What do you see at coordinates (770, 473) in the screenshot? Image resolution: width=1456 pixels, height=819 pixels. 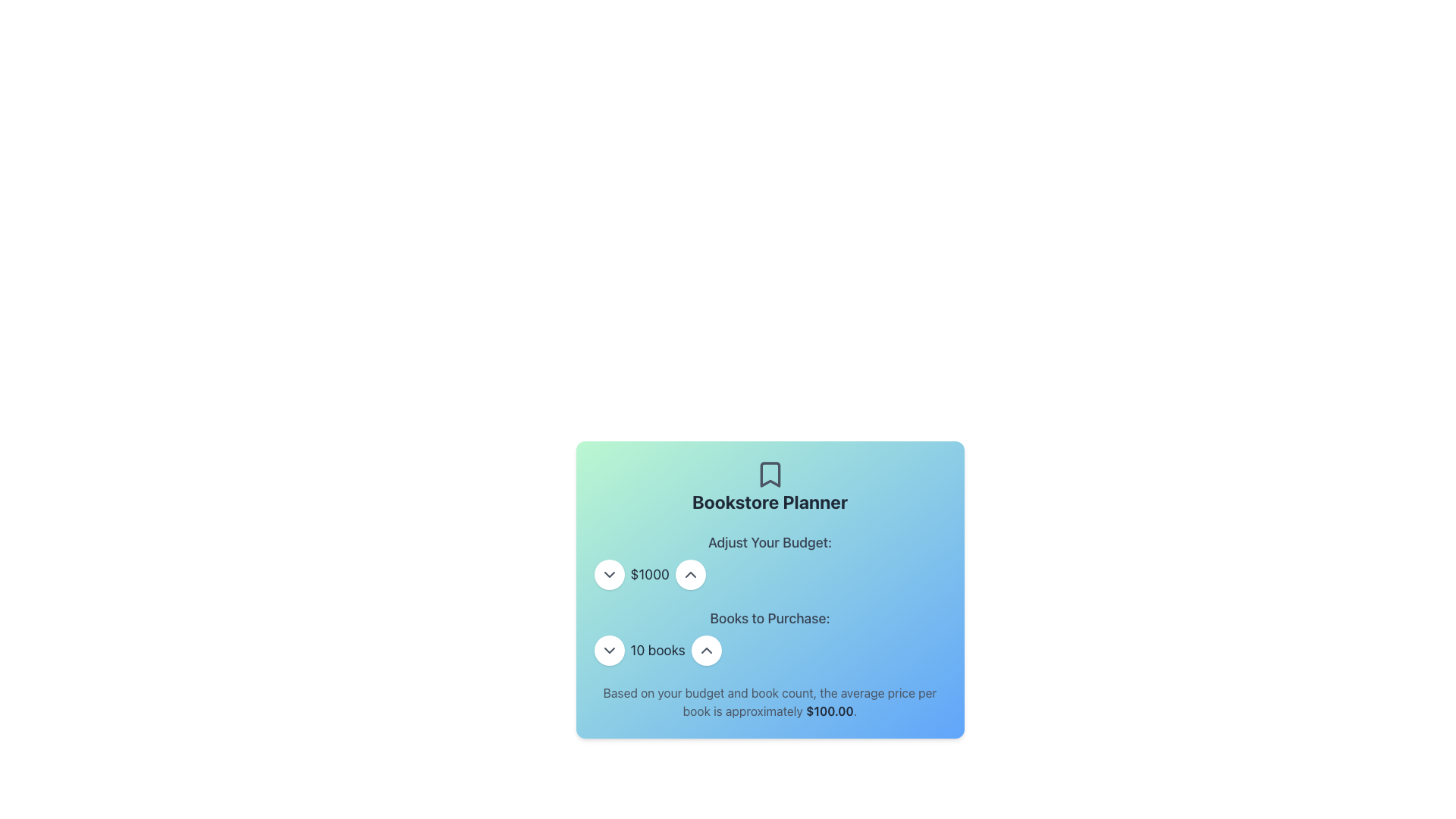 I see `the central icon representing the 'Bookstore Planner' theme, which is located above the header text of the same name in the main application interface` at bounding box center [770, 473].